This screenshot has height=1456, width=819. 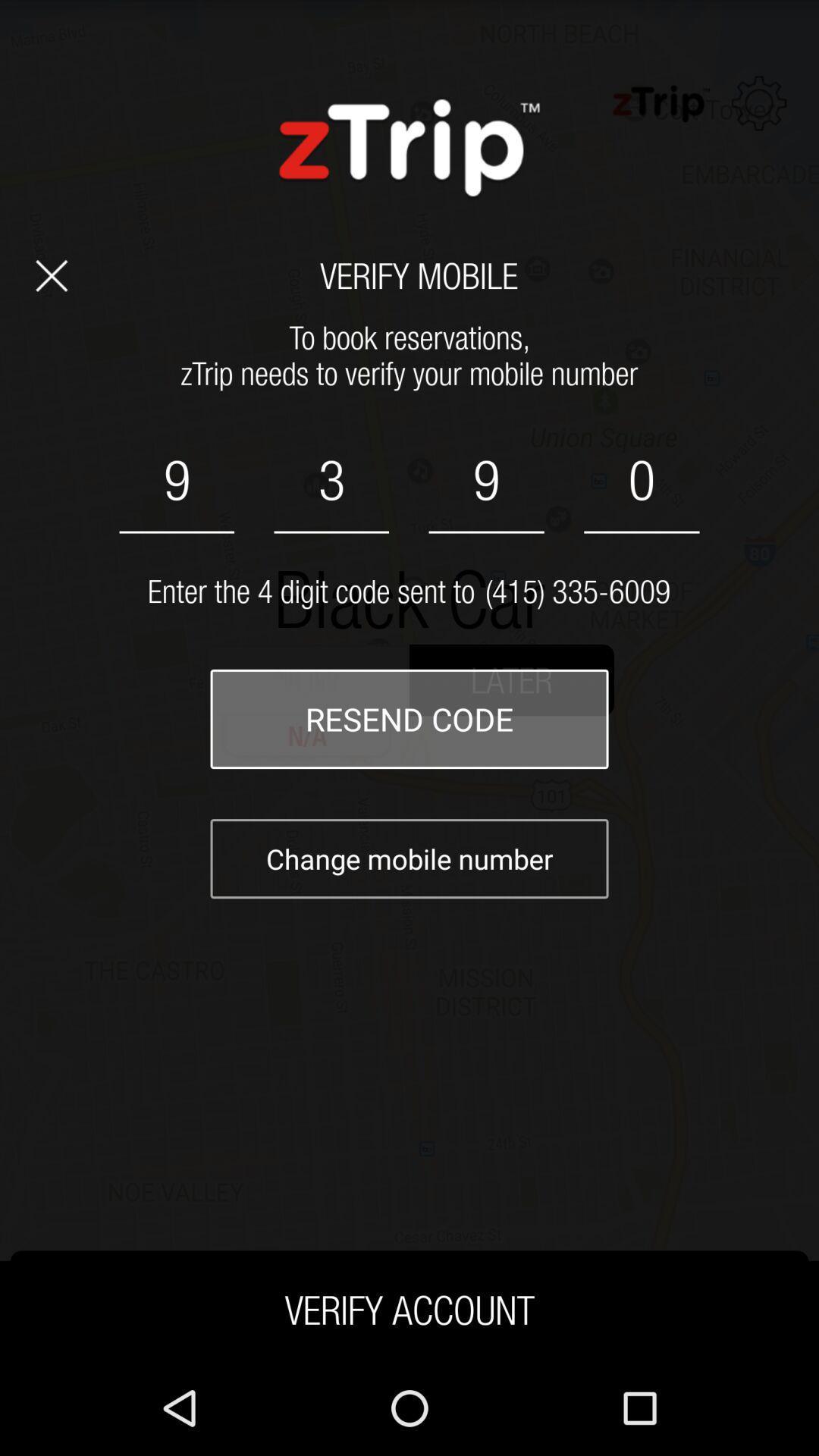 I want to click on the text below resend code, so click(x=409, y=858).